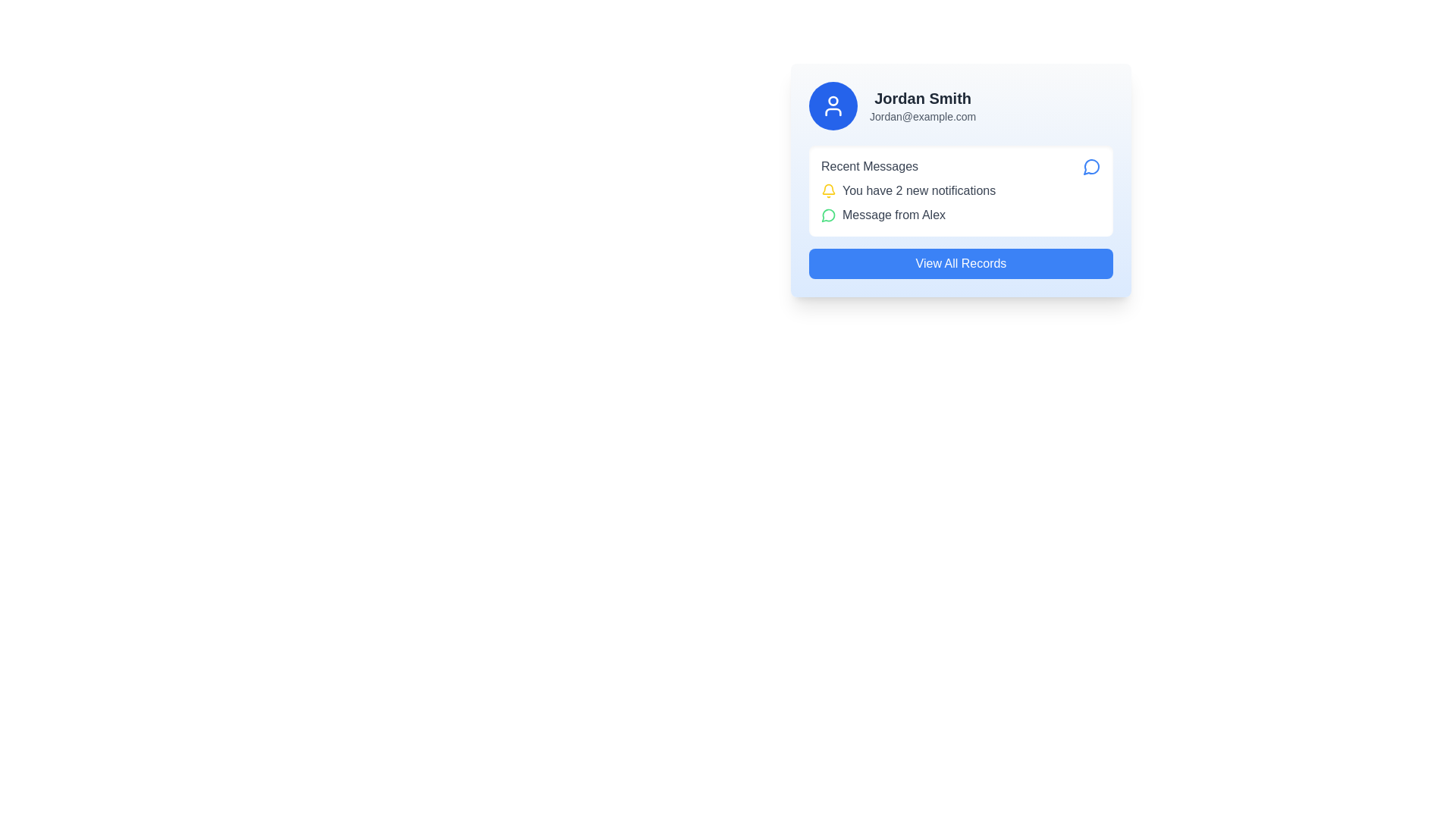 The image size is (1456, 819). Describe the element at coordinates (833, 105) in the screenshot. I see `the user profile icon located in the circular area at the top-left corner of the user card component, which symbolizes personal or account information, if it is interactive` at that location.